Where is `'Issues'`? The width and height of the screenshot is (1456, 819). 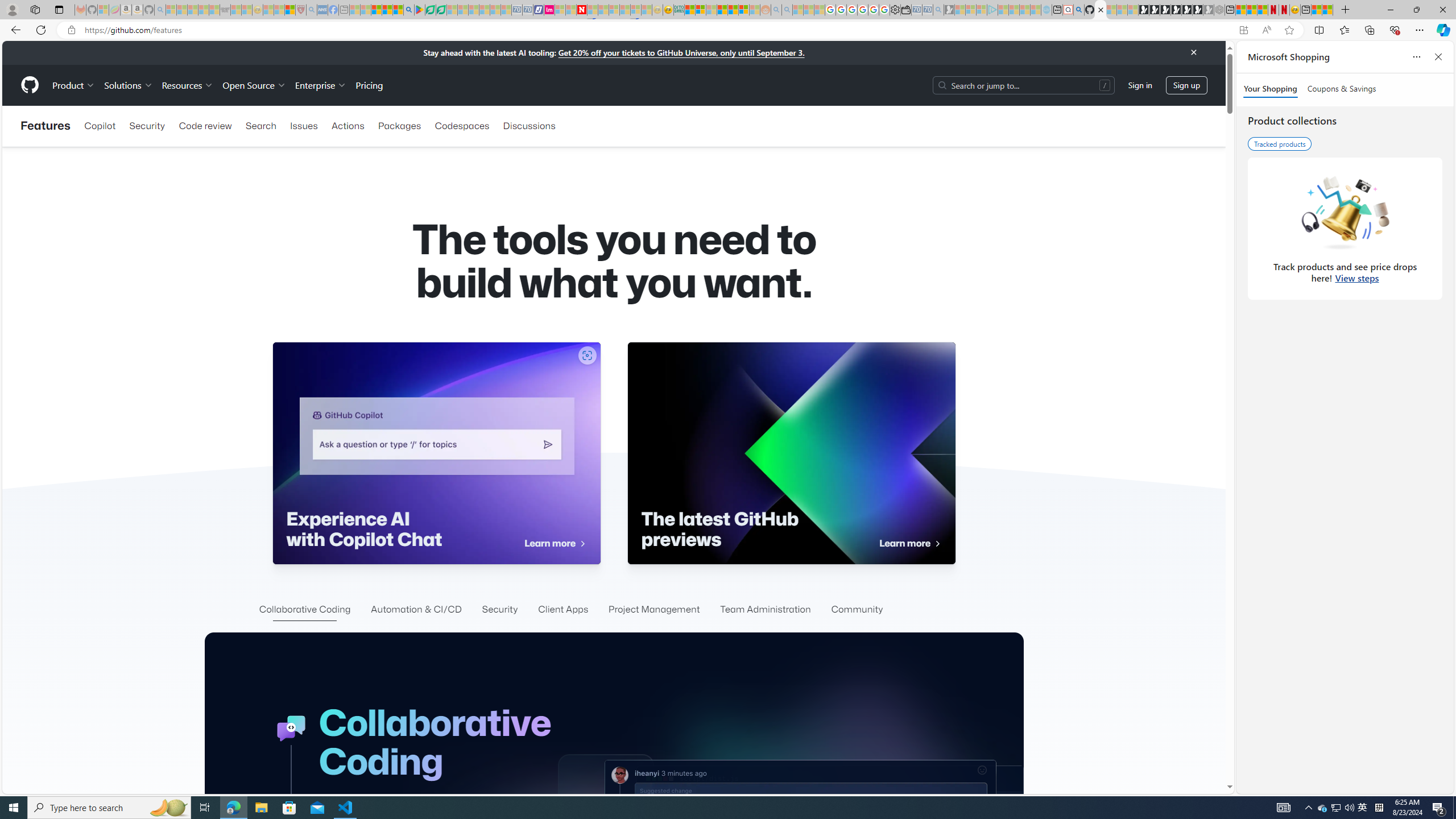
'Issues' is located at coordinates (303, 126).